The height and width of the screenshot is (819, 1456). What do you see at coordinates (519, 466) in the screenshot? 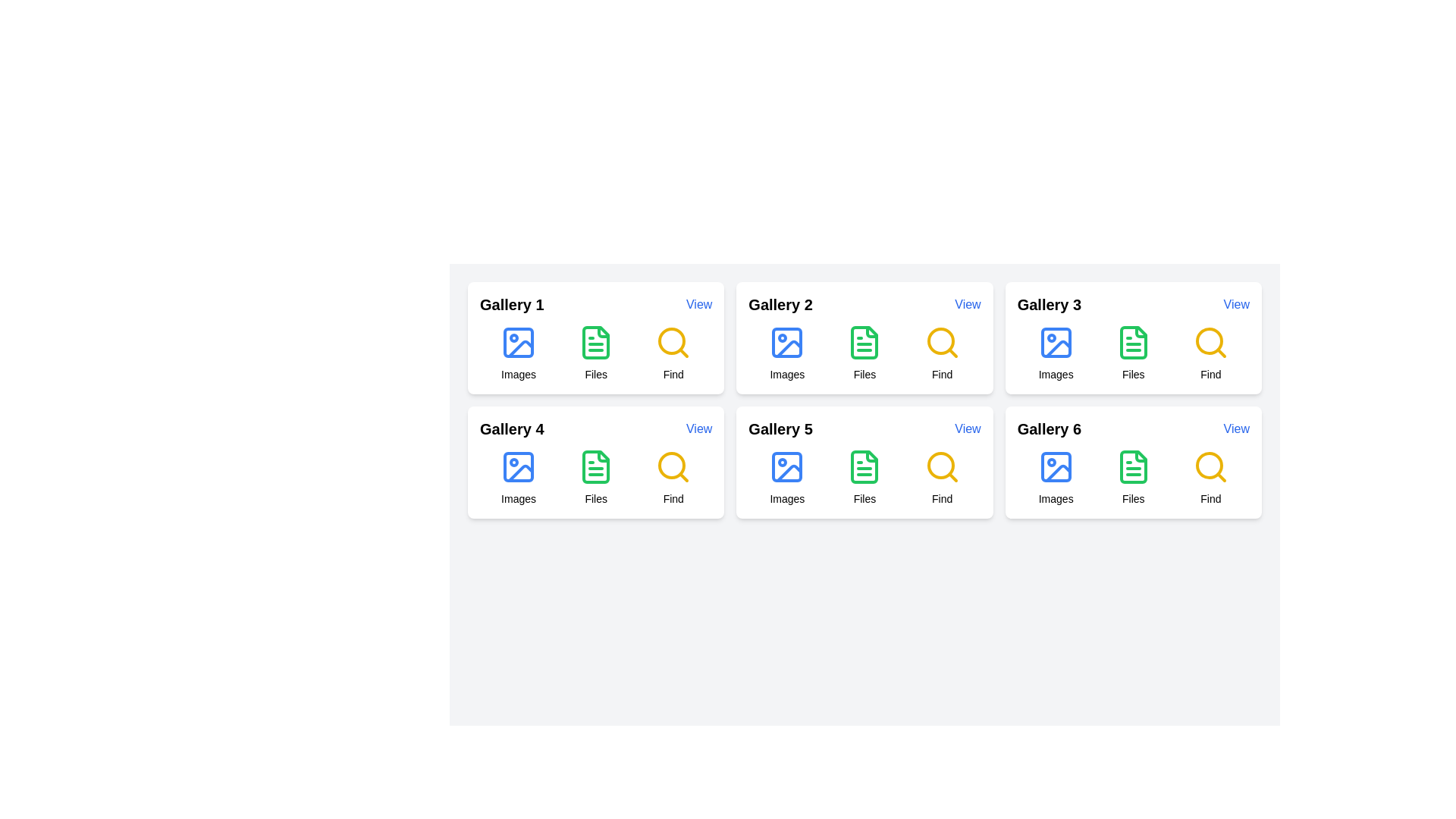
I see `the 'Images' icon in the 'Gallery 4' section, which is located on the leftmost side of the card's second row, directly above the 'Images' label` at bounding box center [519, 466].